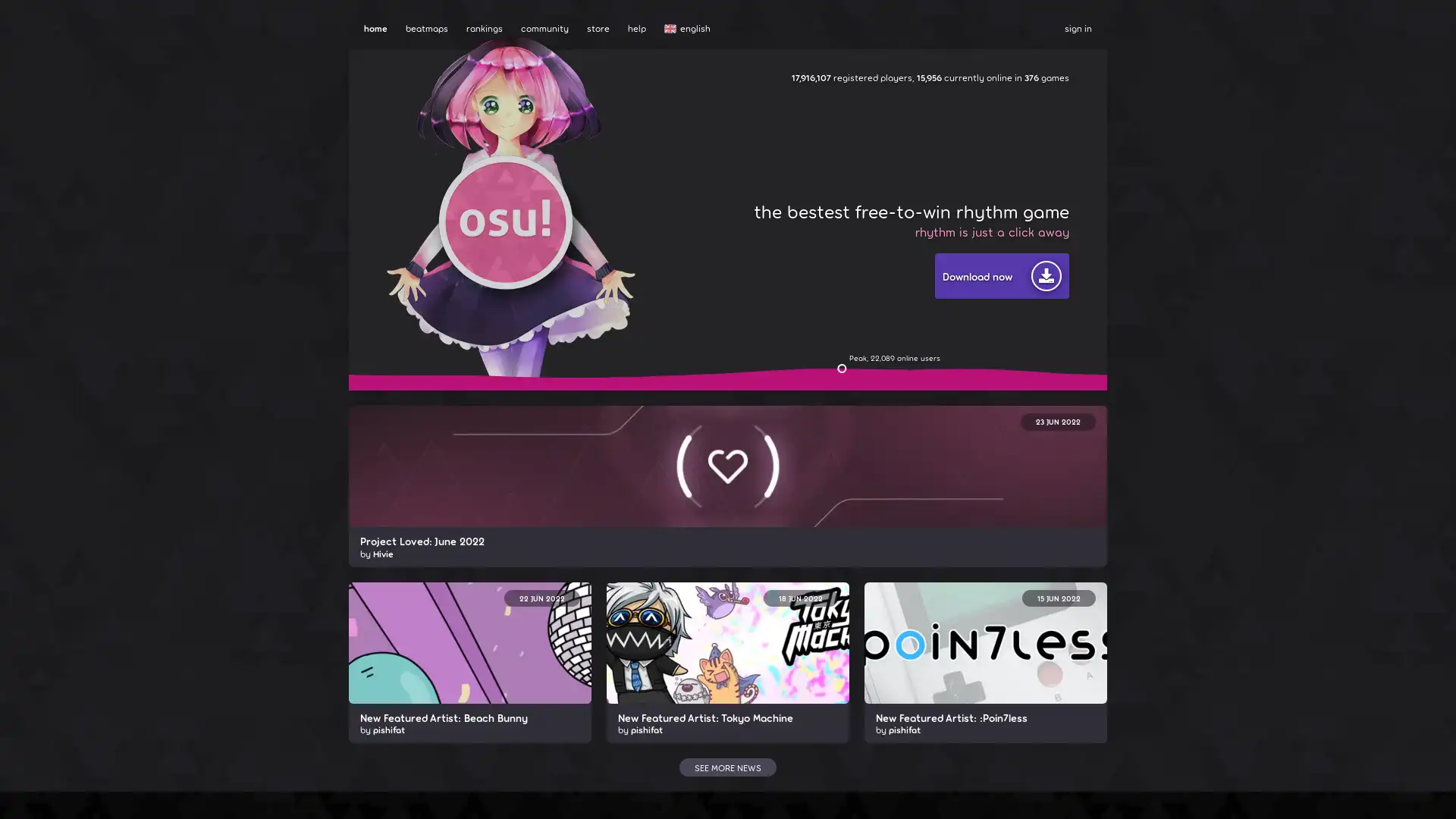  Describe the element at coordinates (709, 415) in the screenshot. I see `portugues` at that location.